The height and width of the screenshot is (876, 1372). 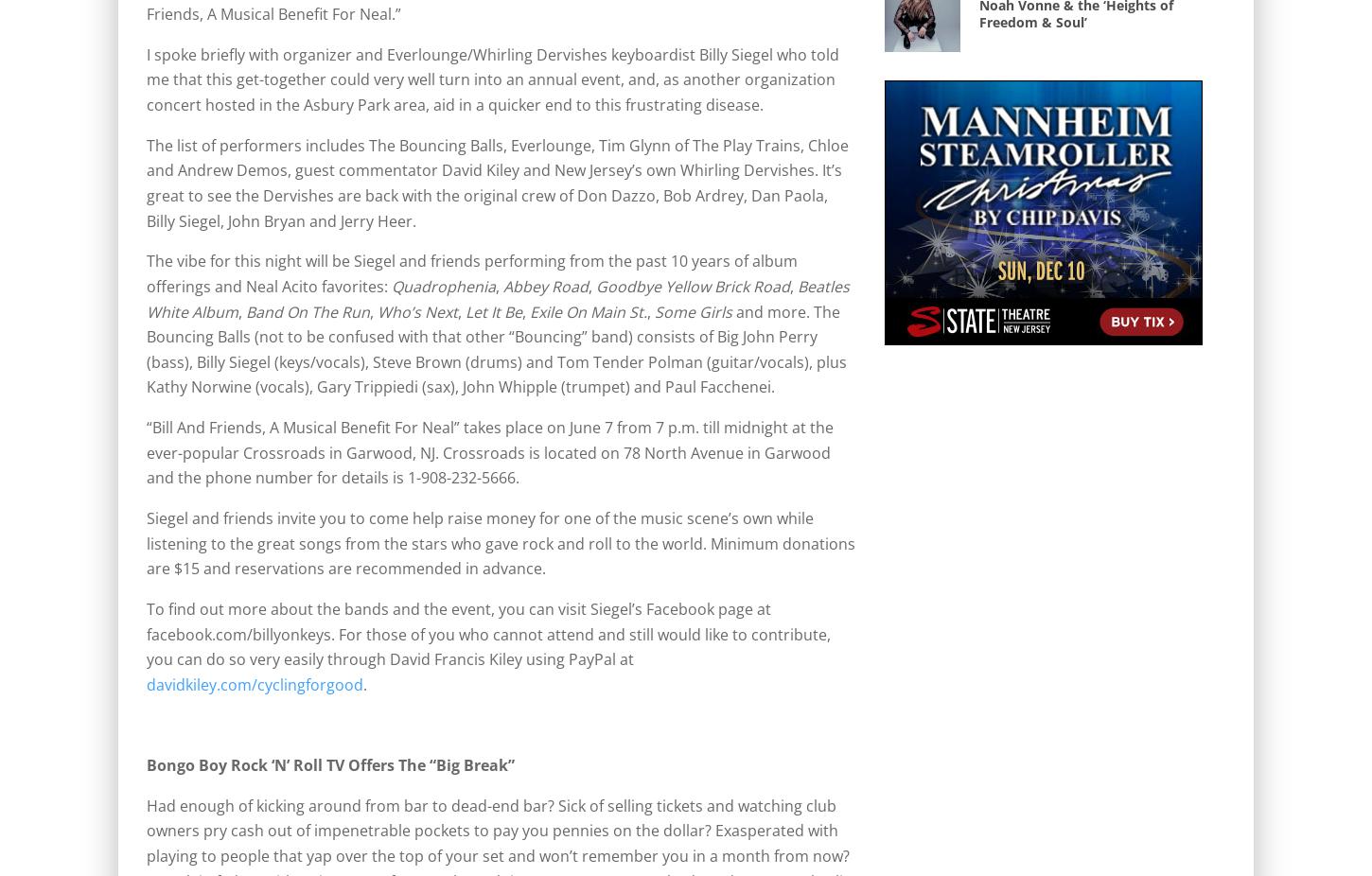 I want to click on 'Siegel and friends invite you to come help raise money for one of the music scene’s own while listening to the great songs from the stars who gave rock and roll to the world. Minimum donations are $15 and reservations are recommended in advance.', so click(x=146, y=542).